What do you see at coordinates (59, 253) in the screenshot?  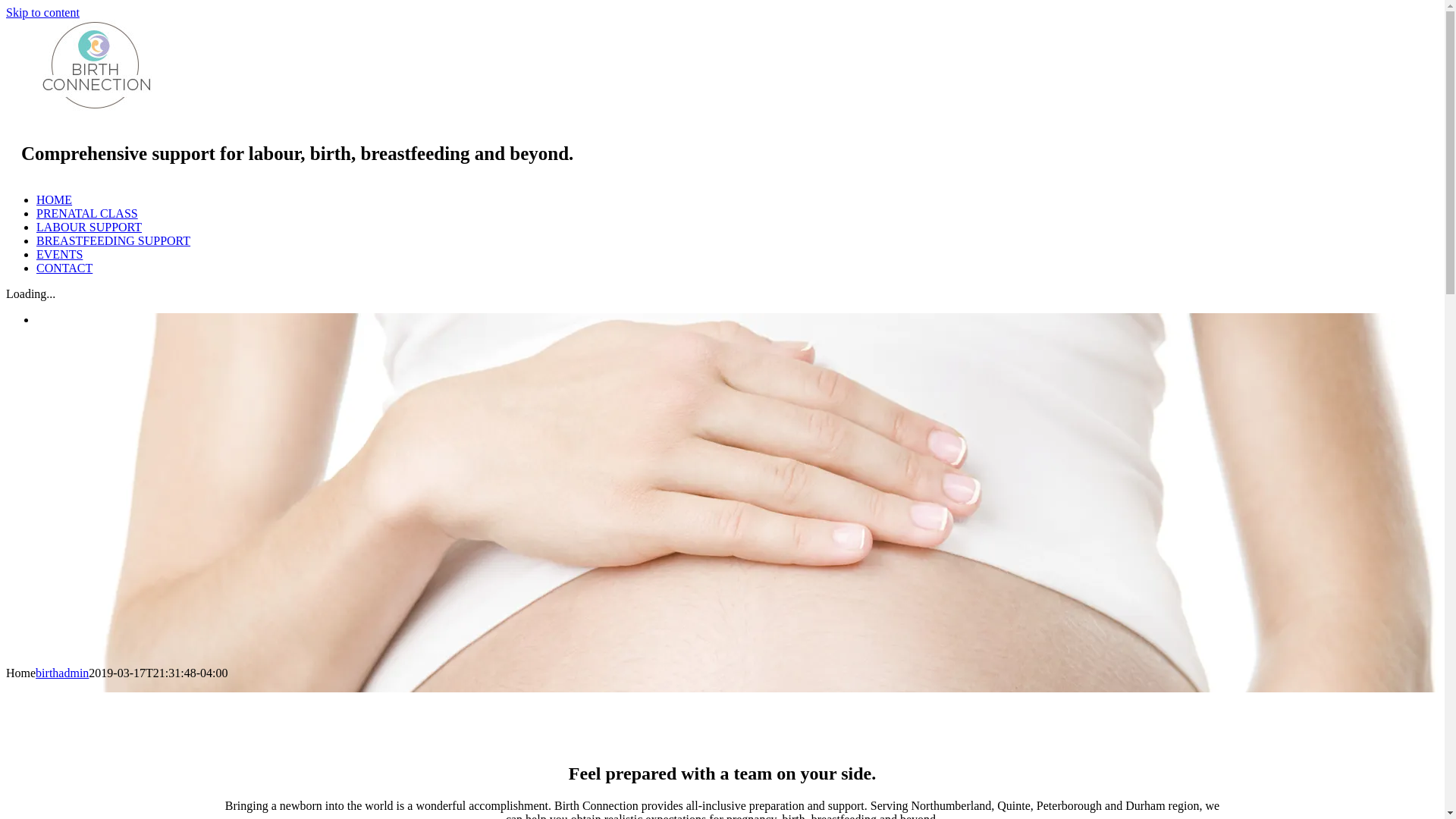 I see `'EVENTS'` at bounding box center [59, 253].